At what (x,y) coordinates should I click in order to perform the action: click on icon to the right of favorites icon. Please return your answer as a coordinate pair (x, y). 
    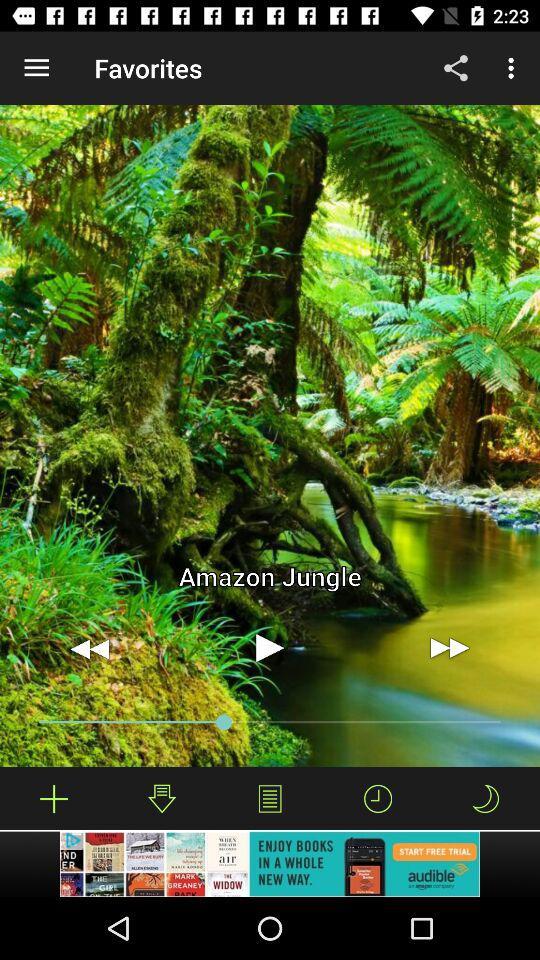
    Looking at the image, I should click on (455, 68).